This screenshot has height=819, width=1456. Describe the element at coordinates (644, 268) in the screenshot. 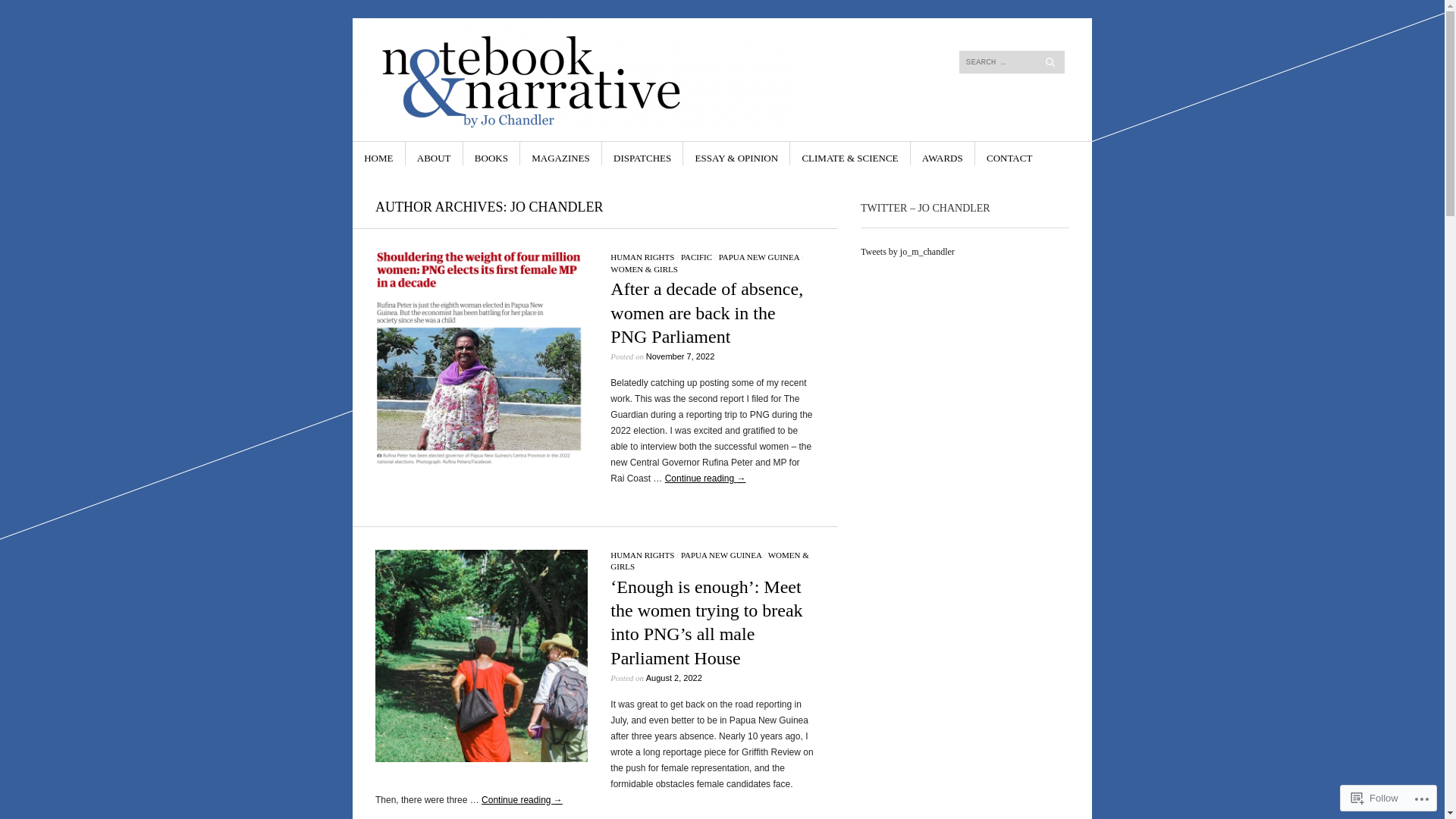

I see `'WOMEN & GIRLS'` at that location.